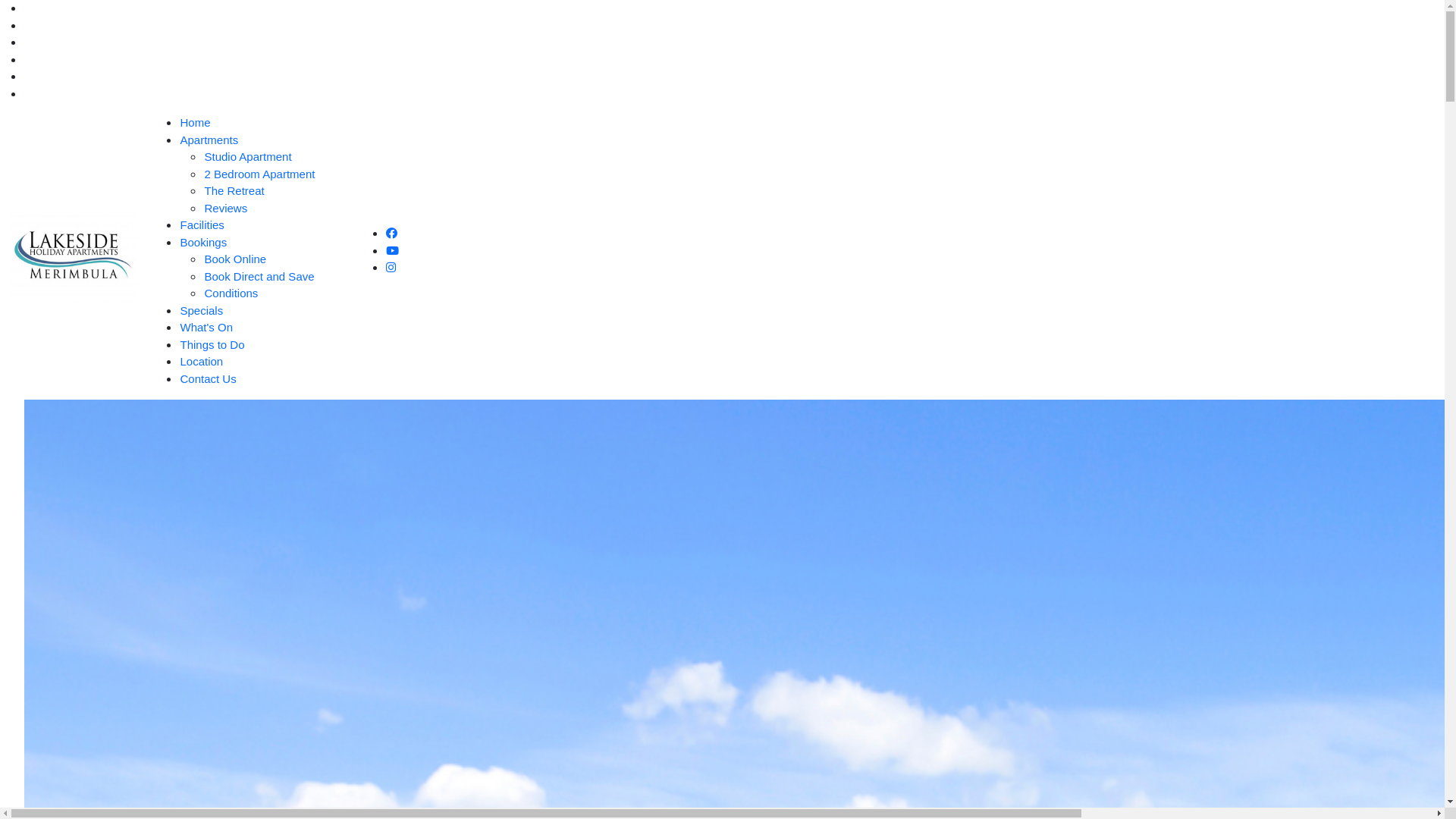 Image resolution: width=1456 pixels, height=819 pixels. What do you see at coordinates (230, 293) in the screenshot?
I see `'Conditions'` at bounding box center [230, 293].